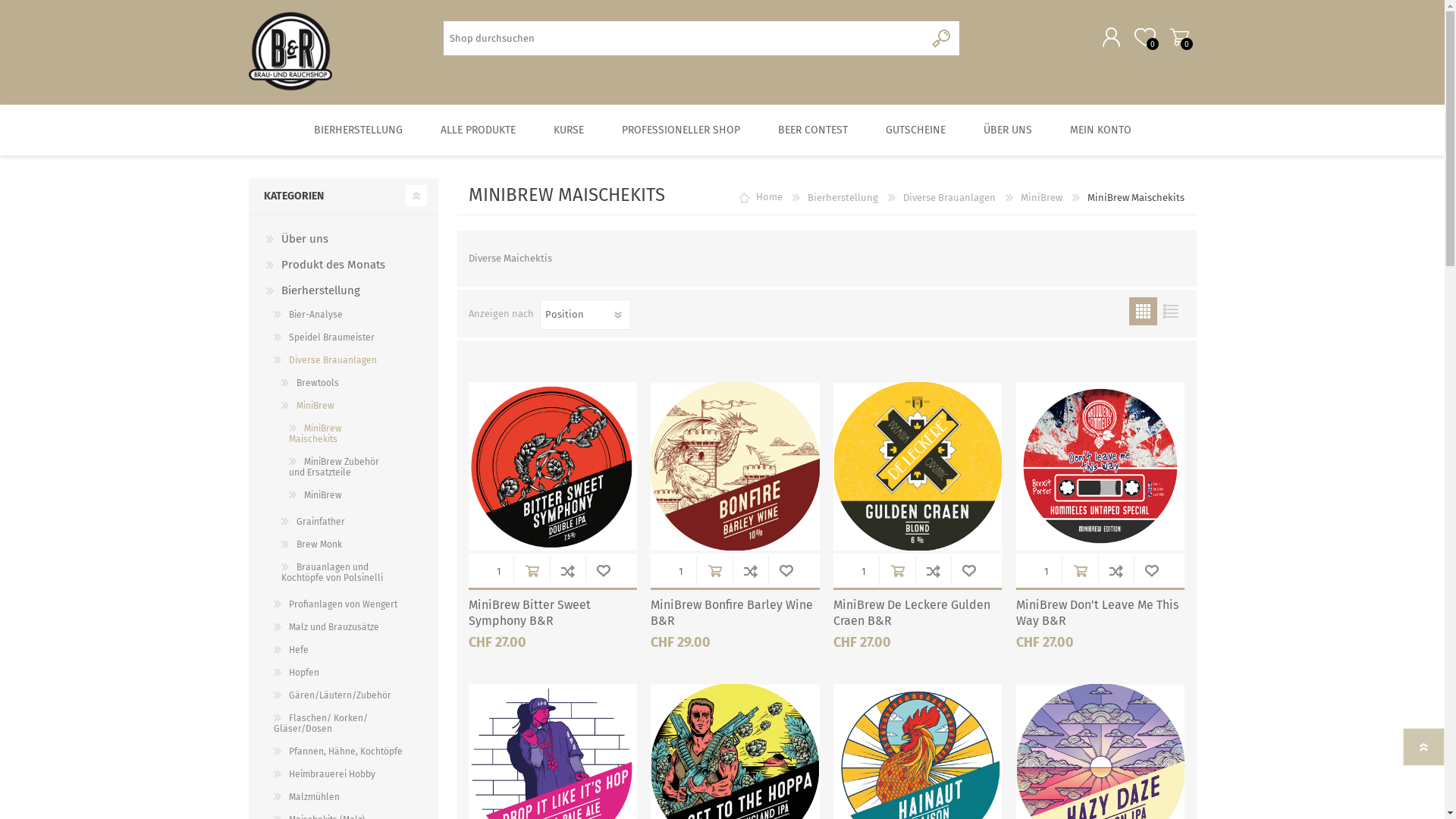 The height and width of the screenshot is (819, 1456). What do you see at coordinates (552, 613) in the screenshot?
I see `'MiniBrew Bitter Sweet Symphony B&R'` at bounding box center [552, 613].